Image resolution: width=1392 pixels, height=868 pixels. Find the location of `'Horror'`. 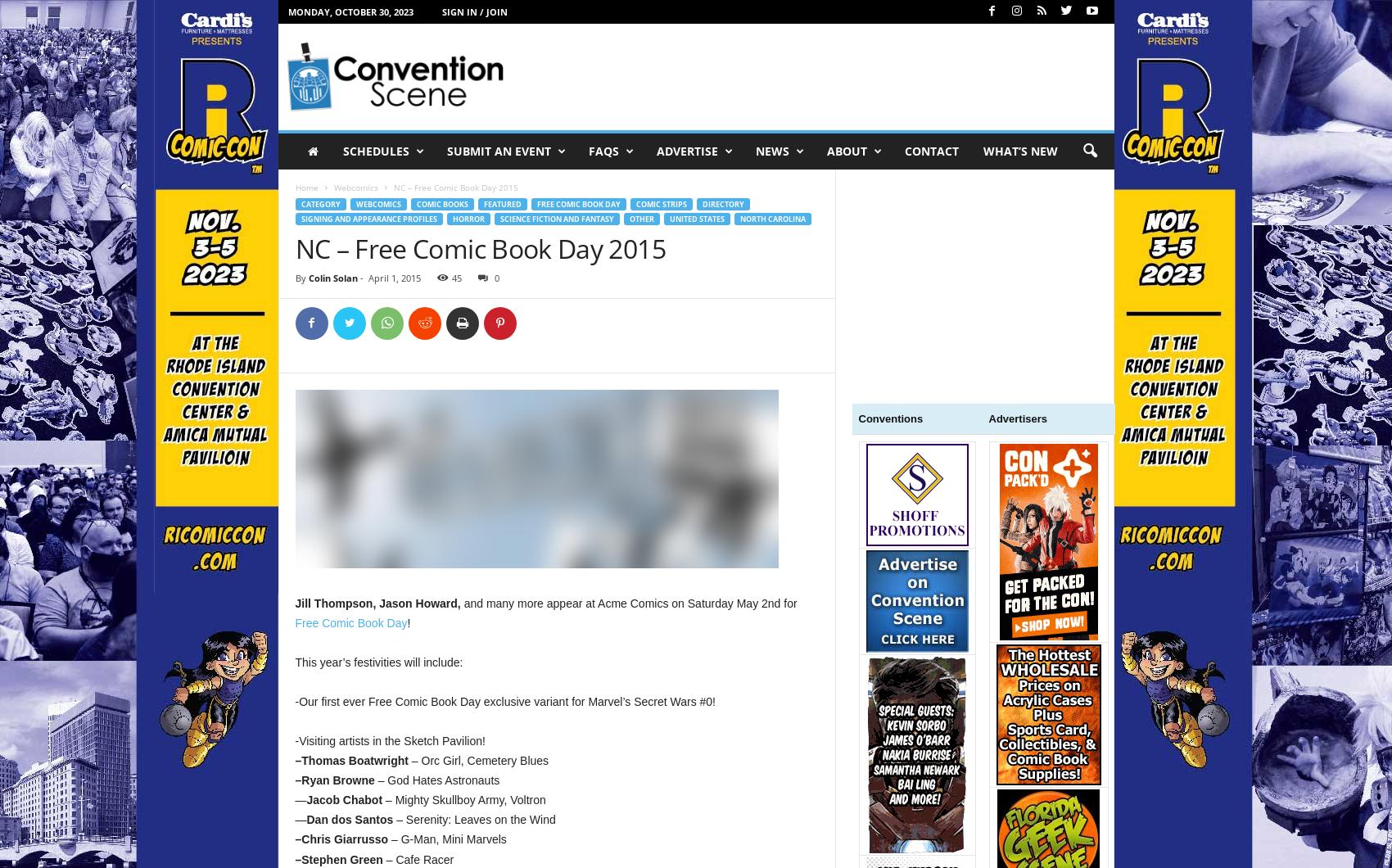

'Horror' is located at coordinates (467, 219).